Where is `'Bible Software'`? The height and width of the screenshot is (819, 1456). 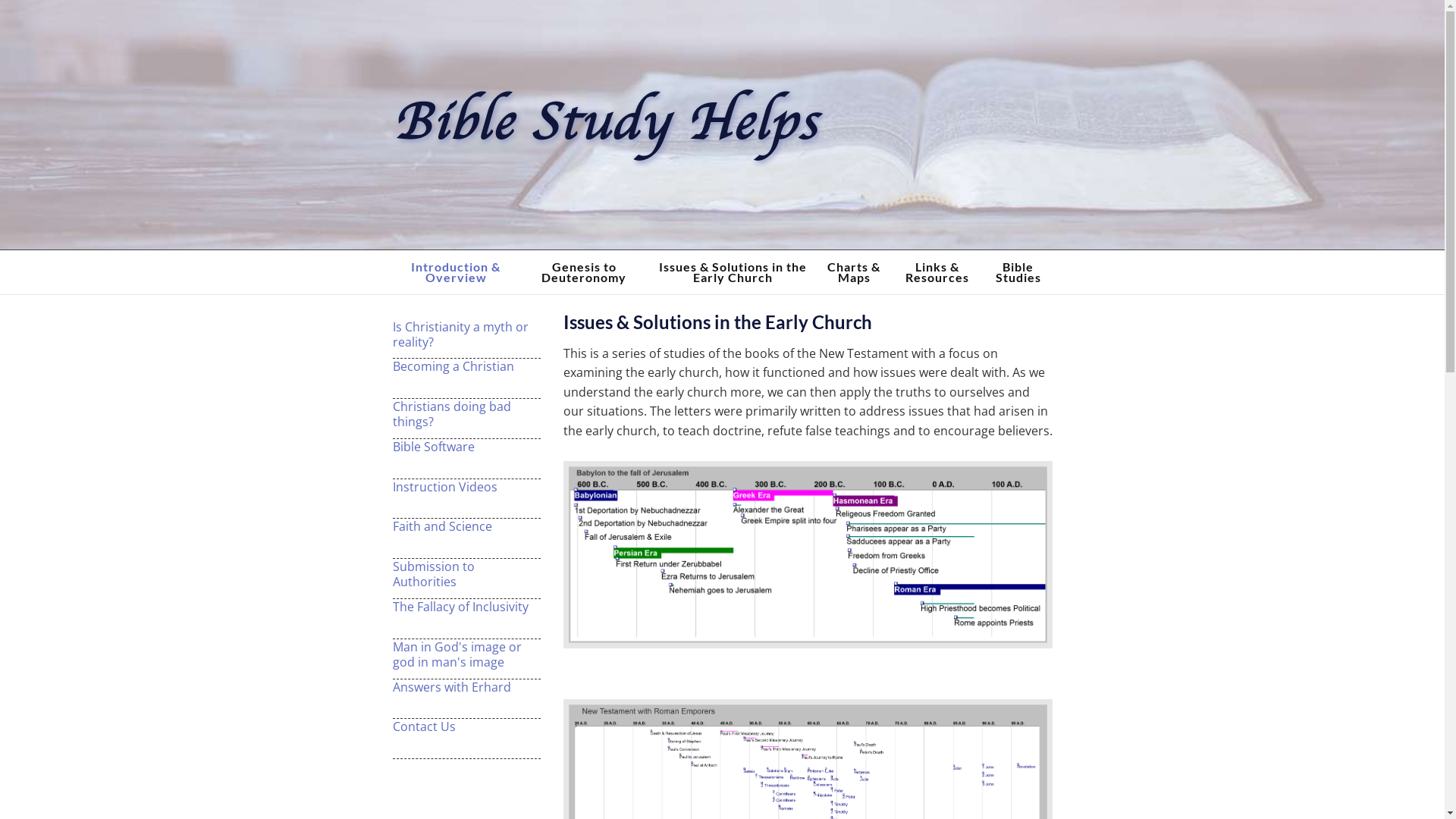 'Bible Software' is located at coordinates (466, 446).